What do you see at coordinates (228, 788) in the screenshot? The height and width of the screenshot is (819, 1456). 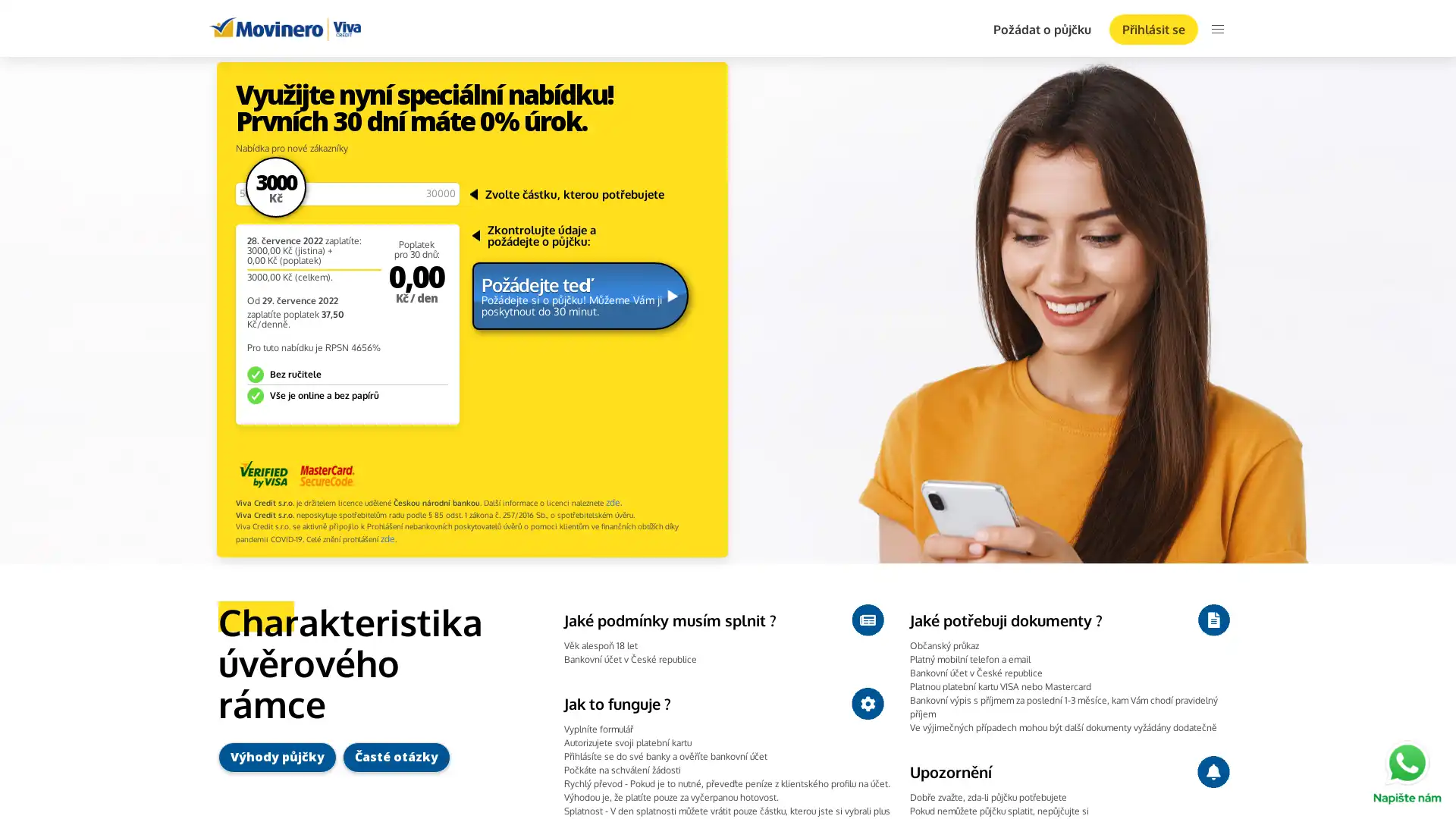 I see `Ok` at bounding box center [228, 788].